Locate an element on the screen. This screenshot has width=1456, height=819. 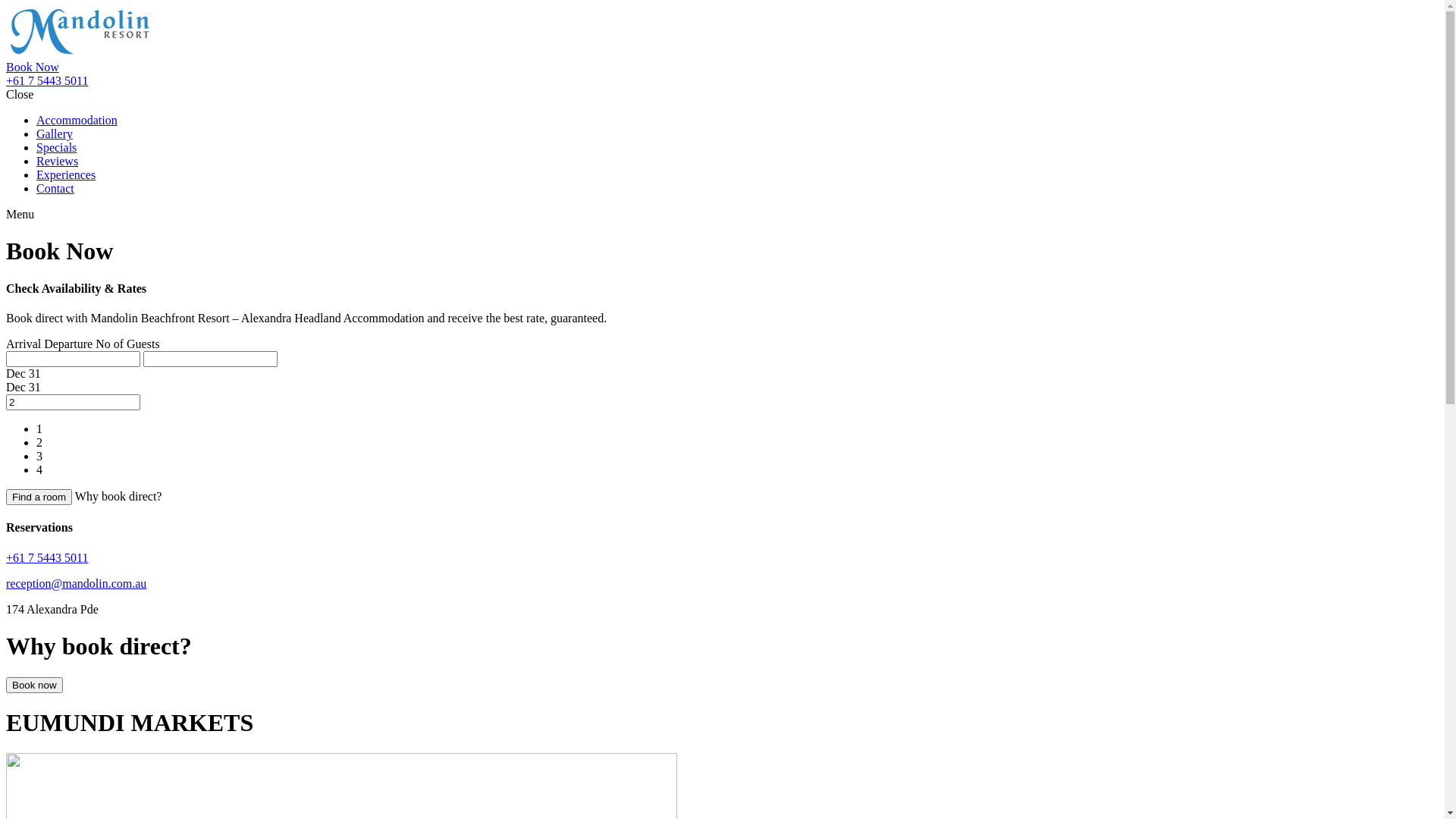
'Menu' is located at coordinates (6, 214).